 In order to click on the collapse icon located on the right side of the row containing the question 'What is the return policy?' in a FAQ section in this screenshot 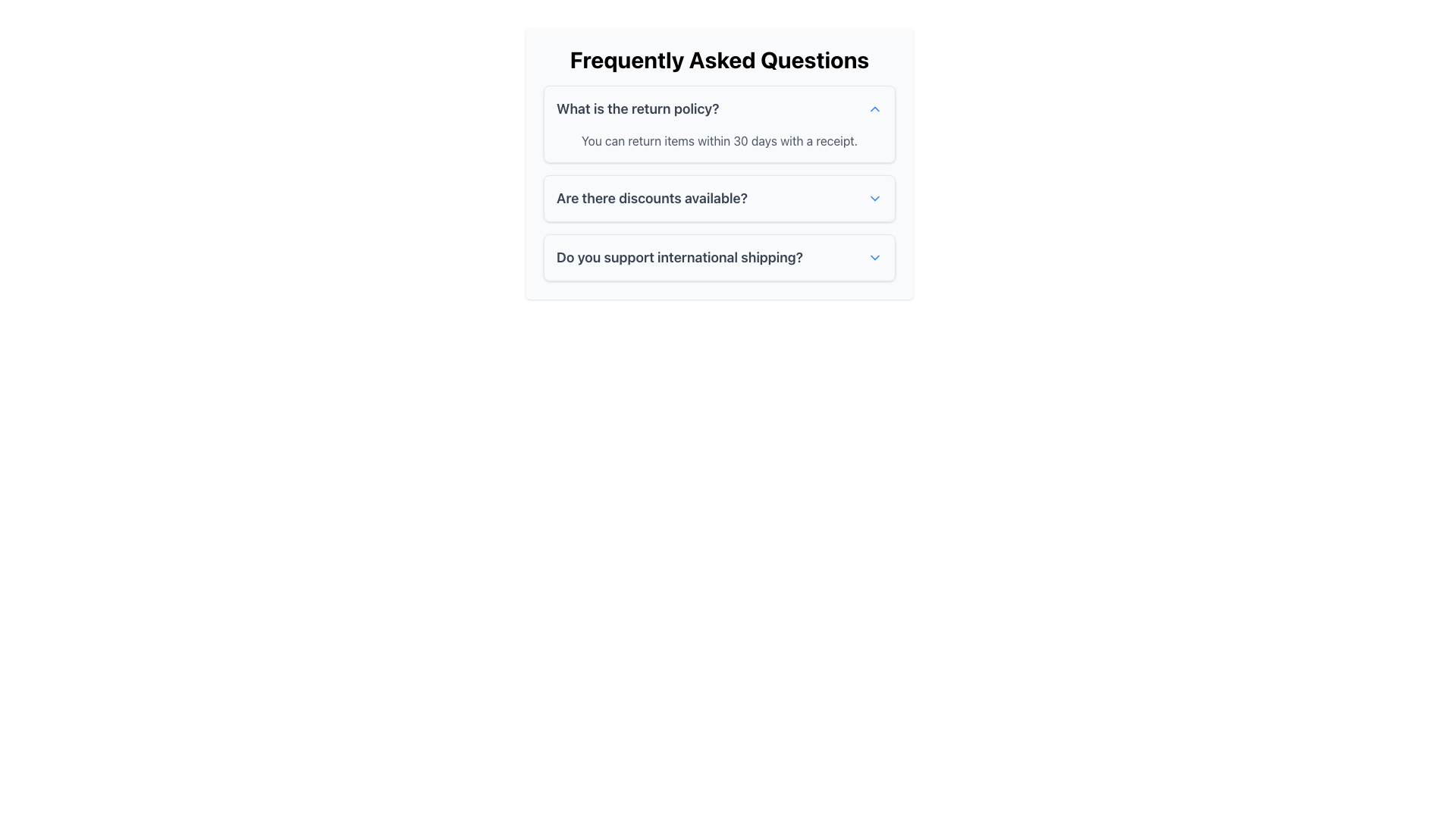, I will do `click(874, 108)`.